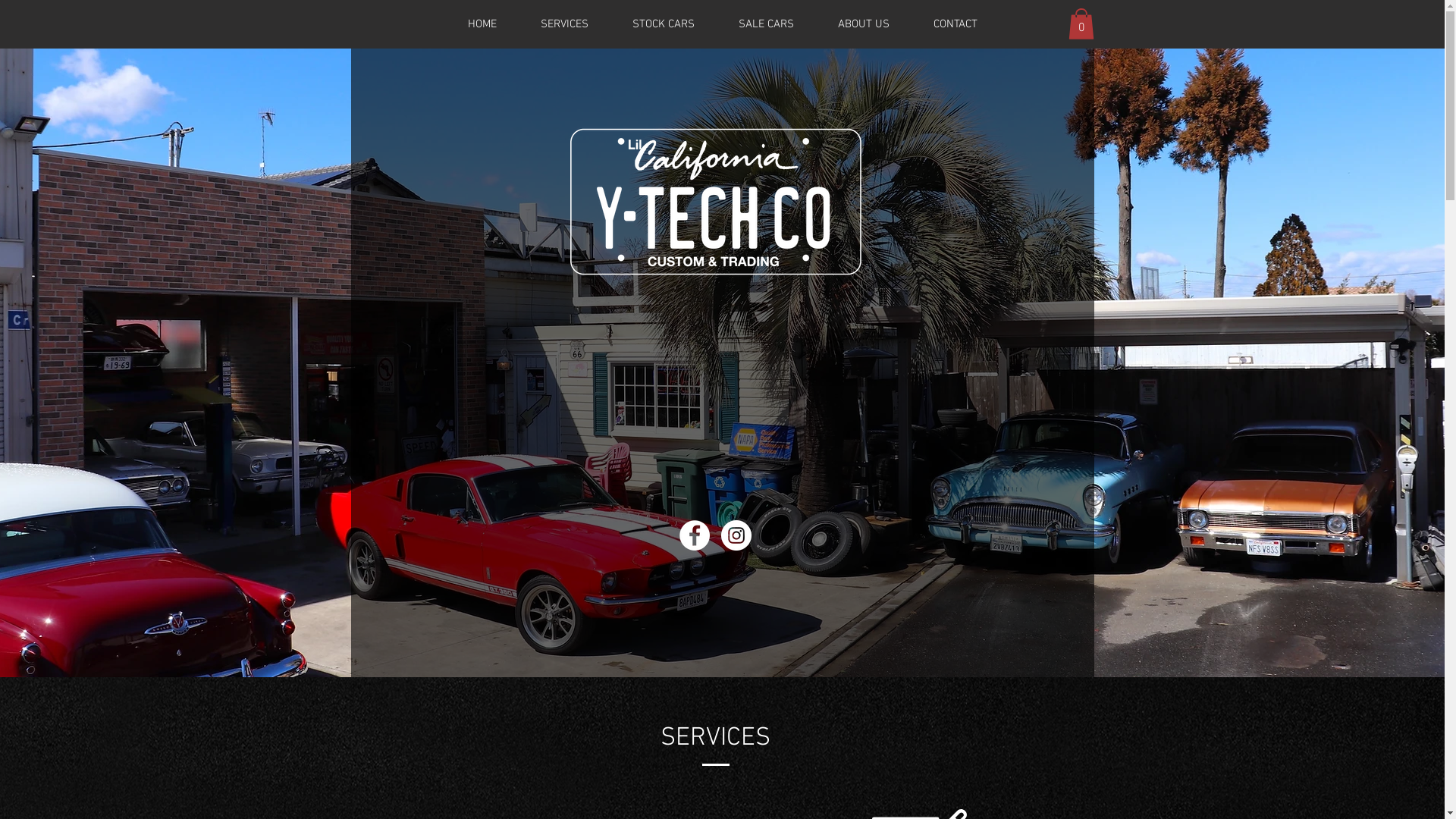 Image resolution: width=1456 pixels, height=819 pixels. I want to click on 'CONTACT', so click(954, 24).